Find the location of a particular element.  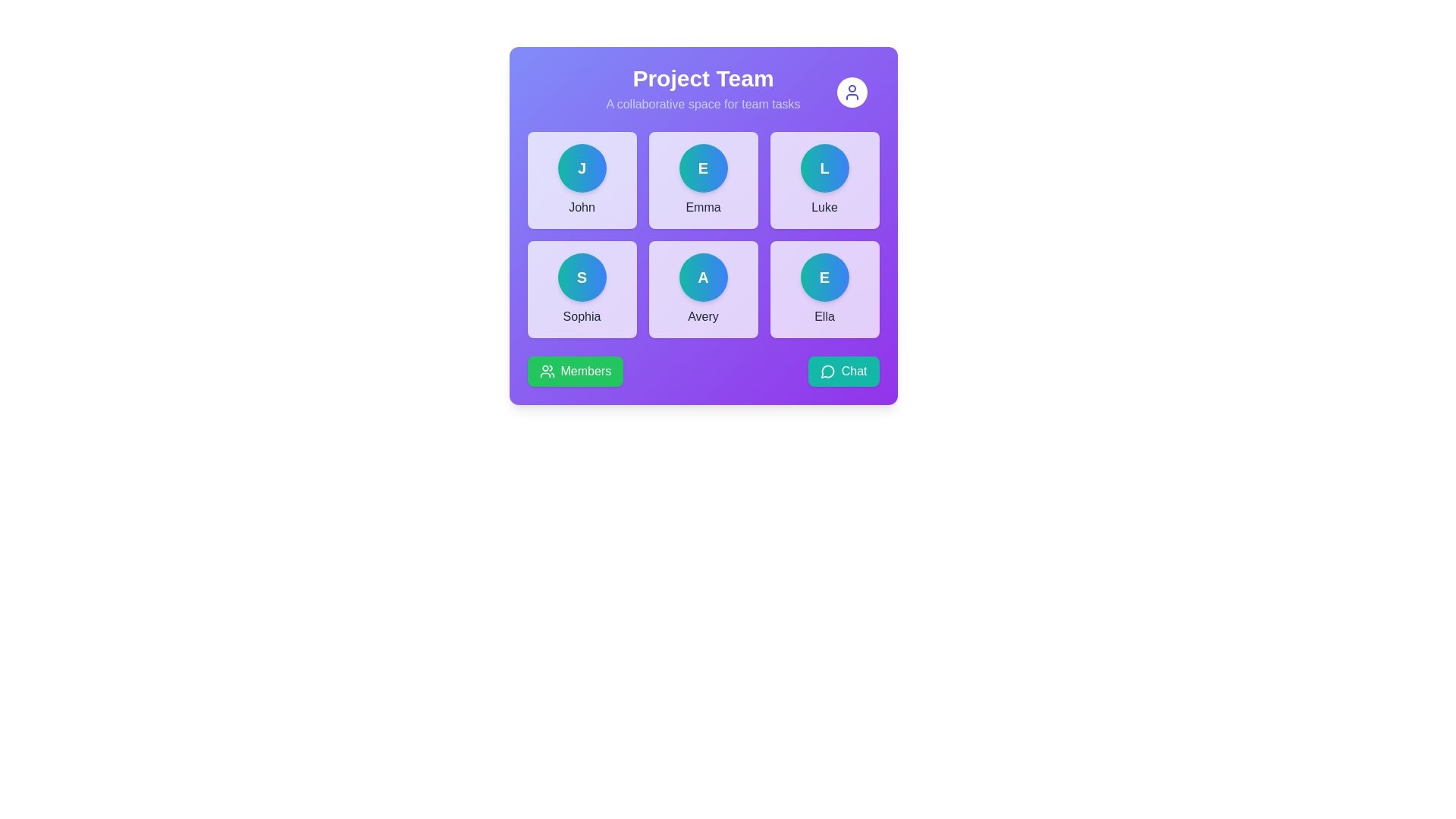

the 'Members' button icon located is located at coordinates (546, 371).